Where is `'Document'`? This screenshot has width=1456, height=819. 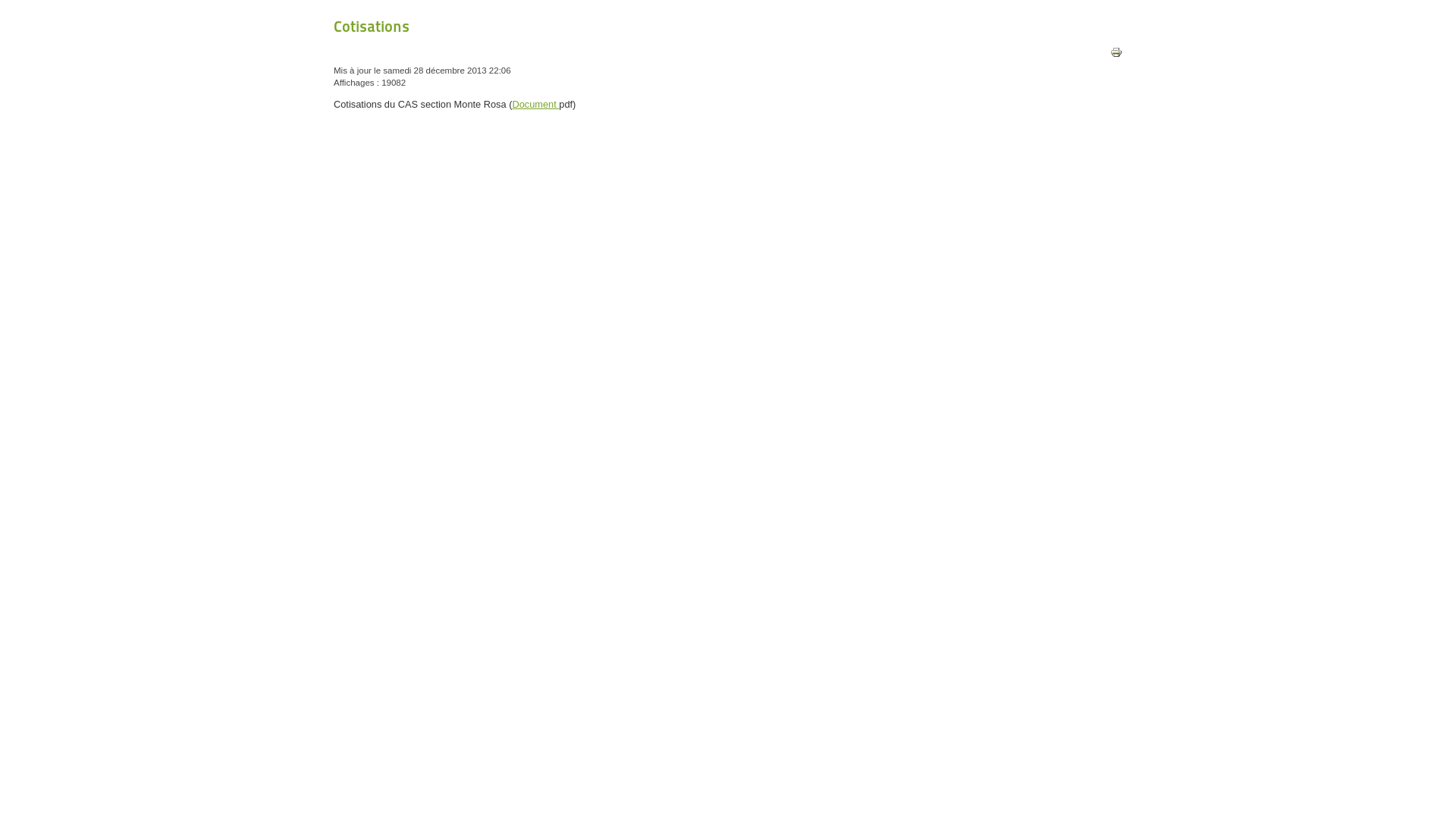
'Document' is located at coordinates (535, 103).